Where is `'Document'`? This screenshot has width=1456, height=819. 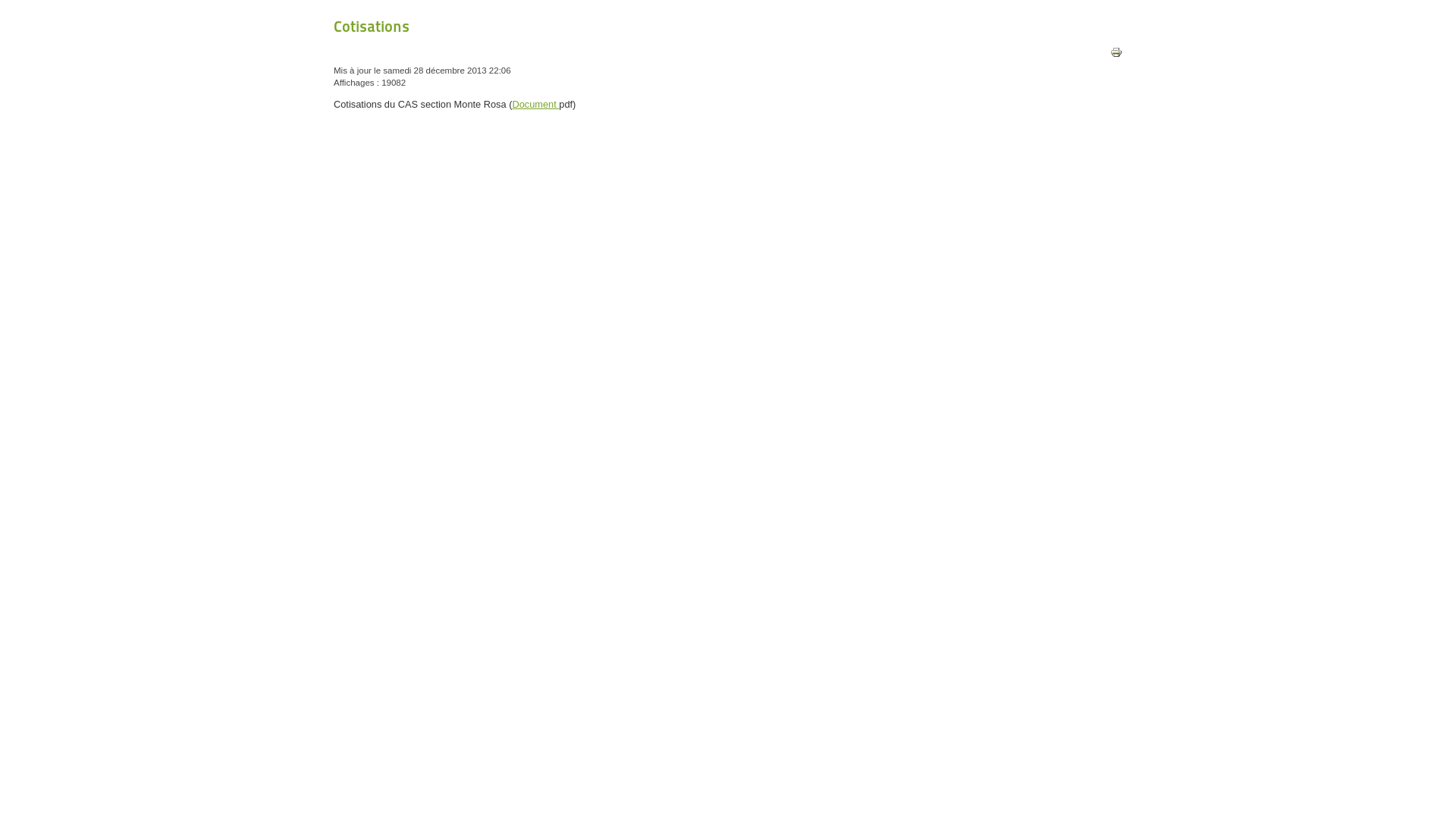
'Document' is located at coordinates (535, 103).